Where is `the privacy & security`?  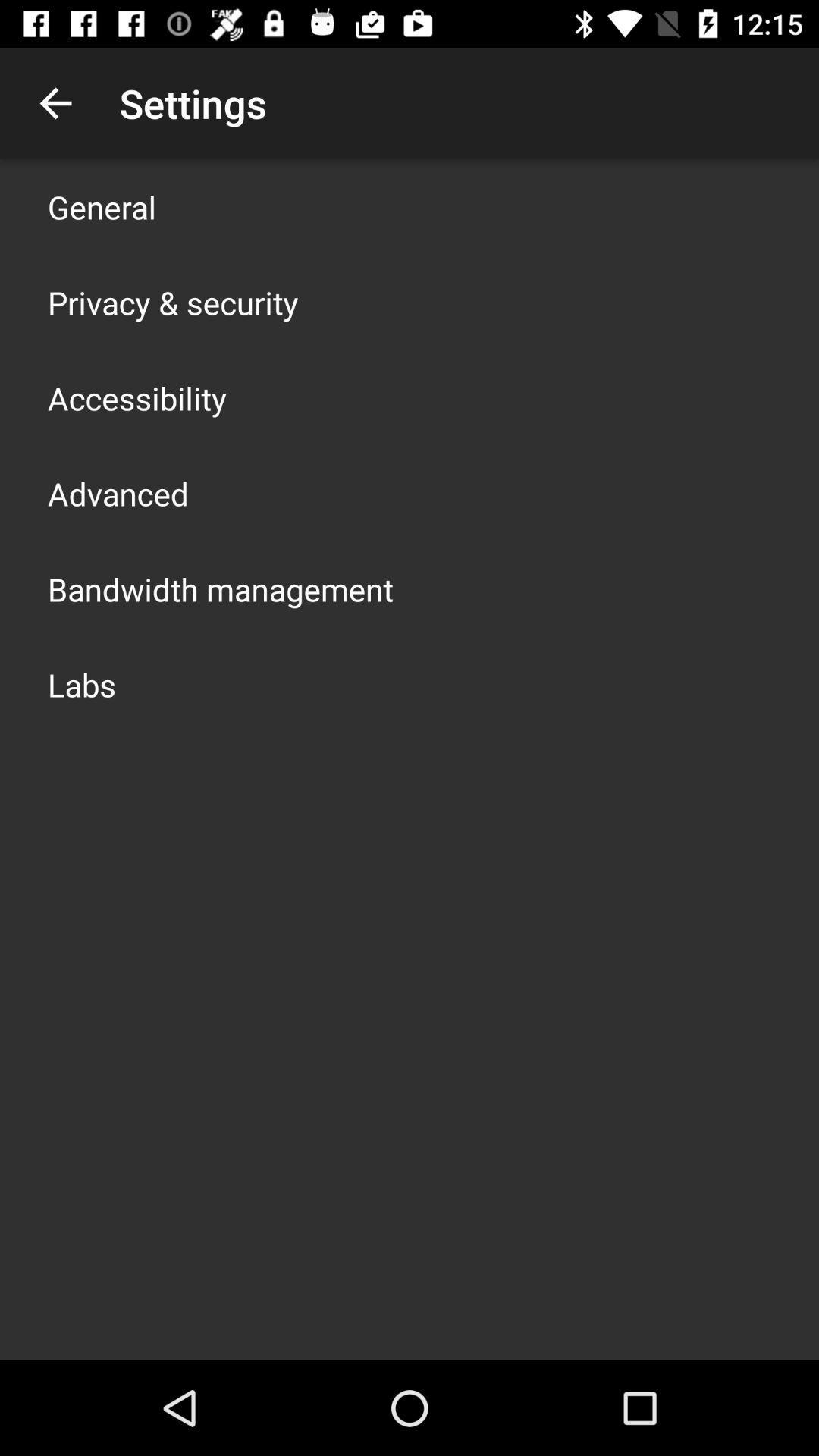
the privacy & security is located at coordinates (172, 302).